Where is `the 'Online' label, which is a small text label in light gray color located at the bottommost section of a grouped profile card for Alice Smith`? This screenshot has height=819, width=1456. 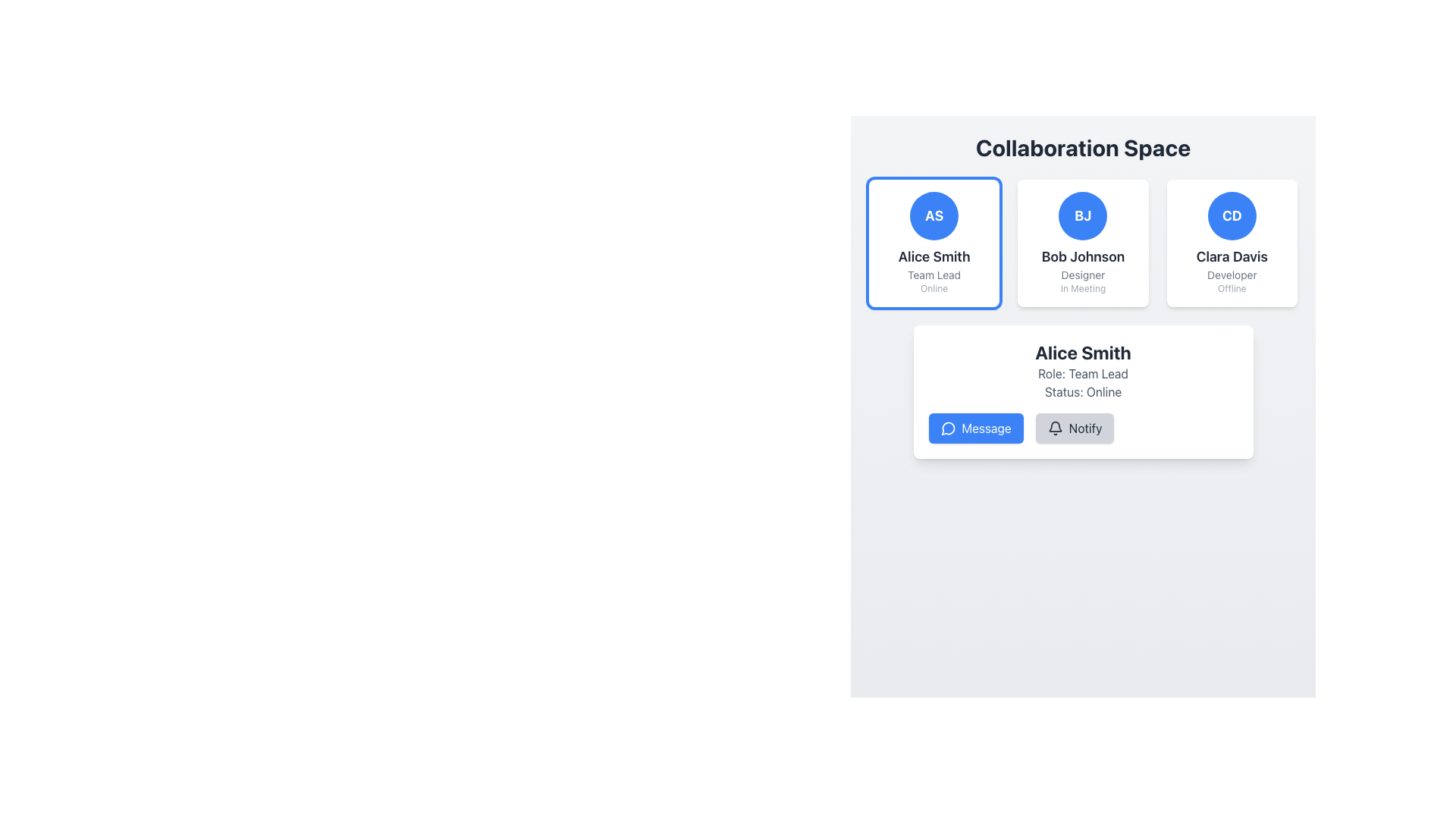
the 'Online' label, which is a small text label in light gray color located at the bottommost section of a grouped profile card for Alice Smith is located at coordinates (934, 289).